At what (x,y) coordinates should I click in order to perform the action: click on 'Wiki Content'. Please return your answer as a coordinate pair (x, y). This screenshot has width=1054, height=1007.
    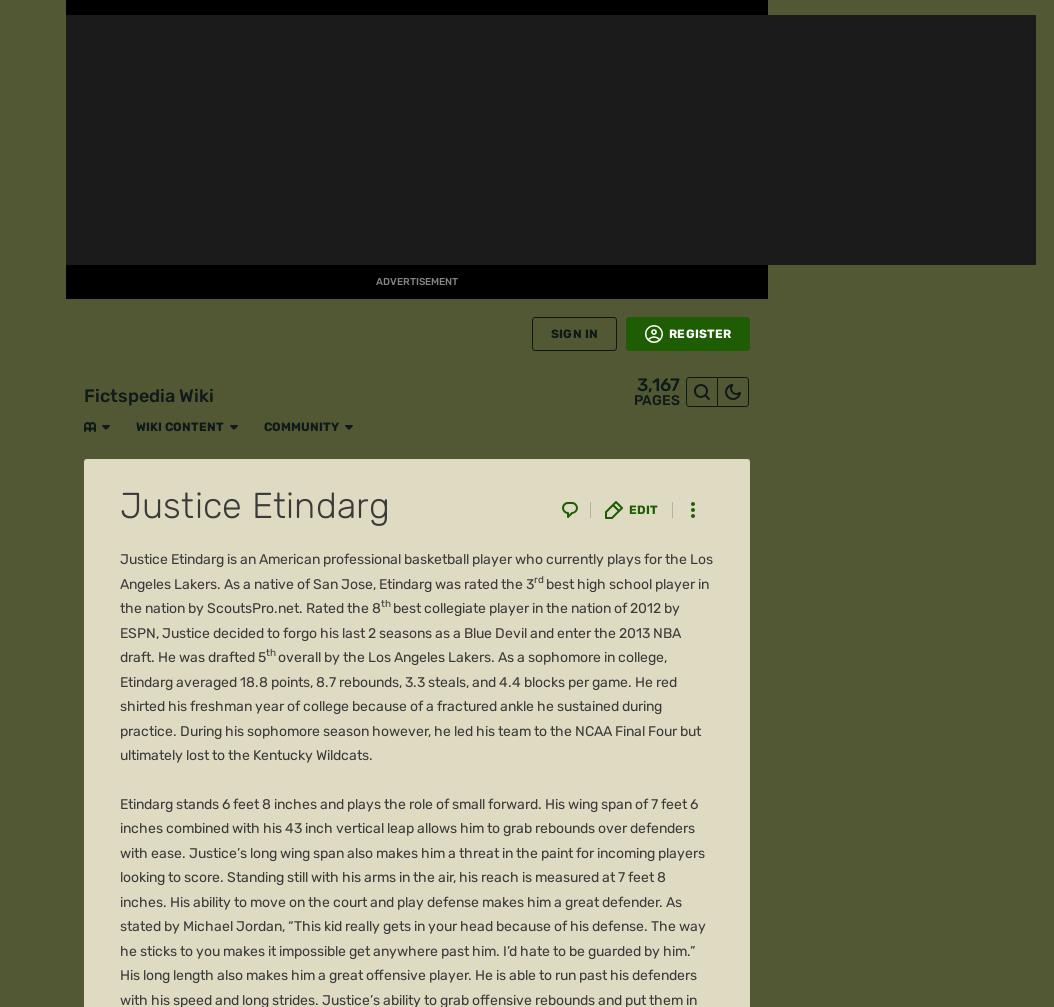
    Looking at the image, I should click on (163, 21).